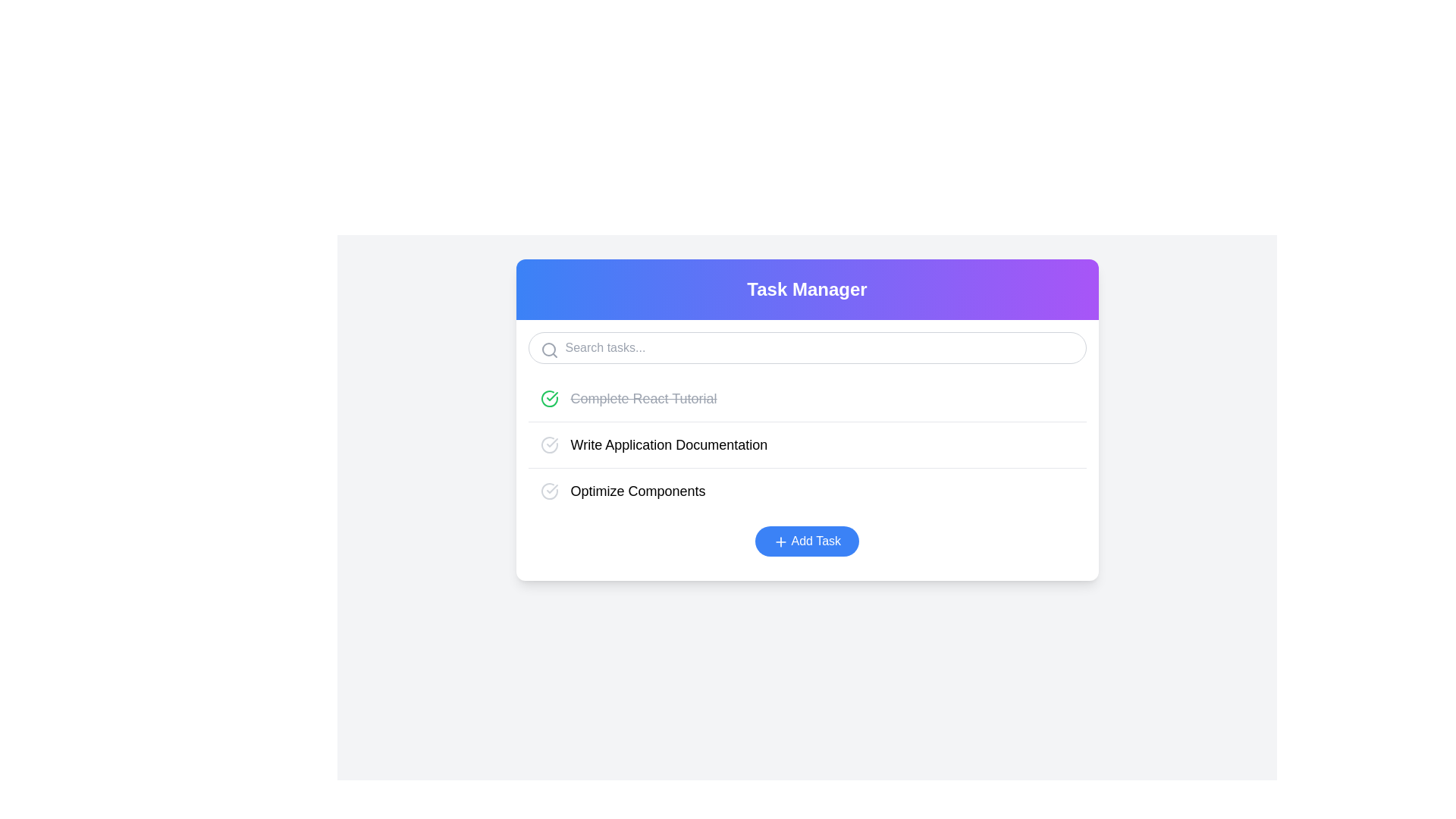  I want to click on the first completed task item in the task manager application, which visually indicates its completed status, so click(806, 397).